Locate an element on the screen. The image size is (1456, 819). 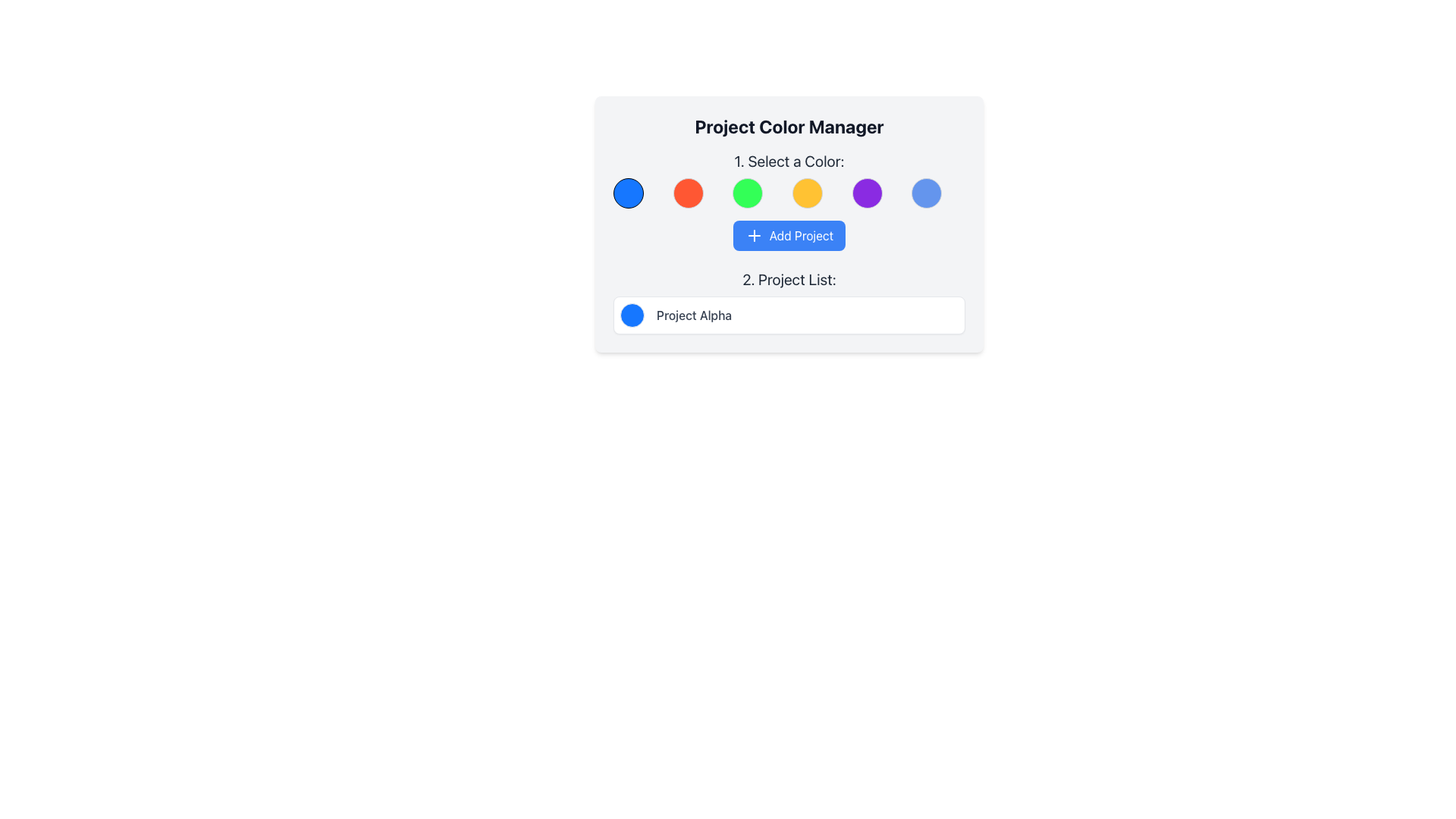
the first circular color option button in the color selection tool, positioned on the far left of the row is located at coordinates (629, 192).